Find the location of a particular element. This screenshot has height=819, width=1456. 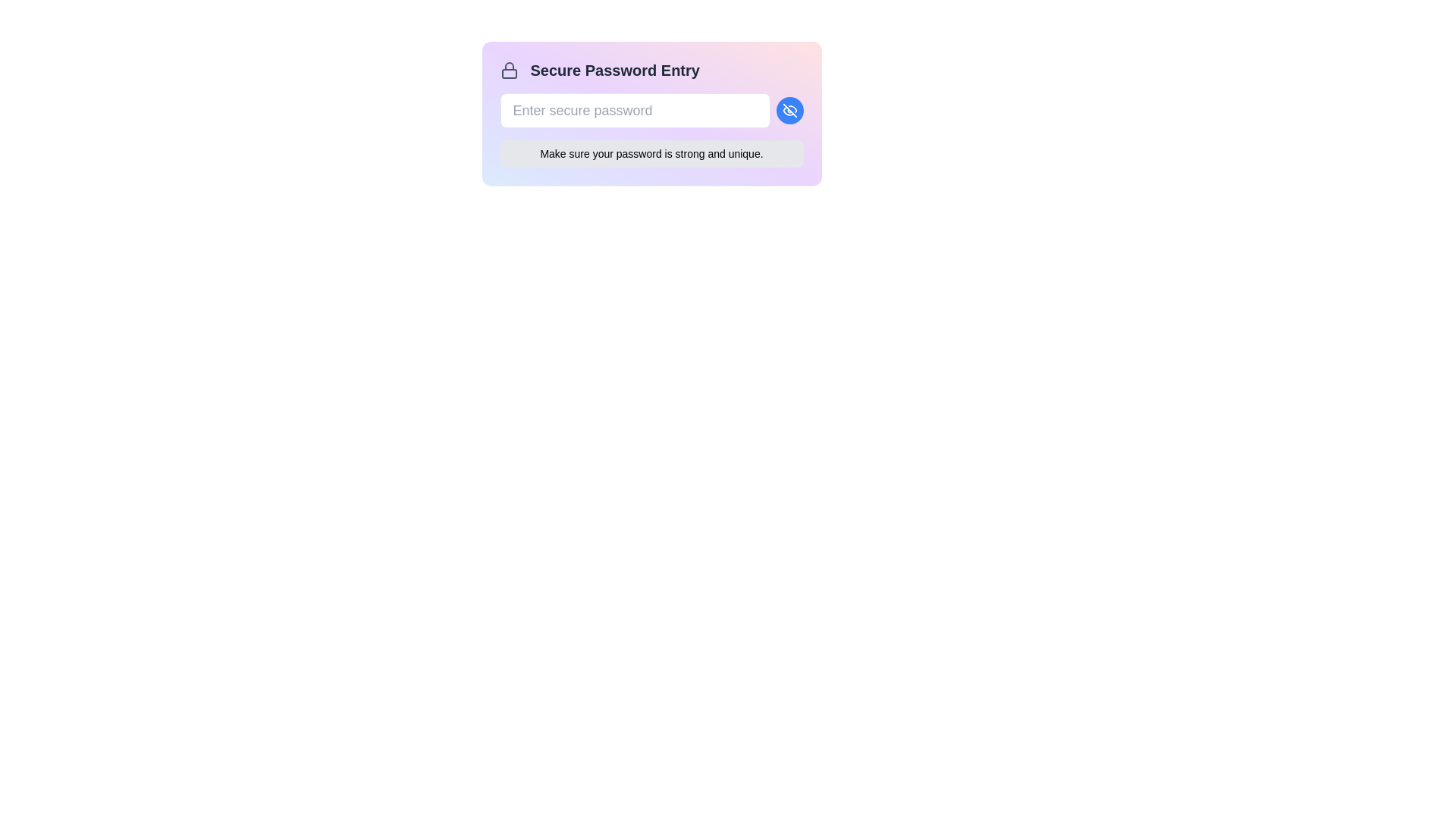

the rounded rectangle shape representing the body of the lock icon, which is positioned below the arch-shaped top part of the lock is located at coordinates (509, 74).